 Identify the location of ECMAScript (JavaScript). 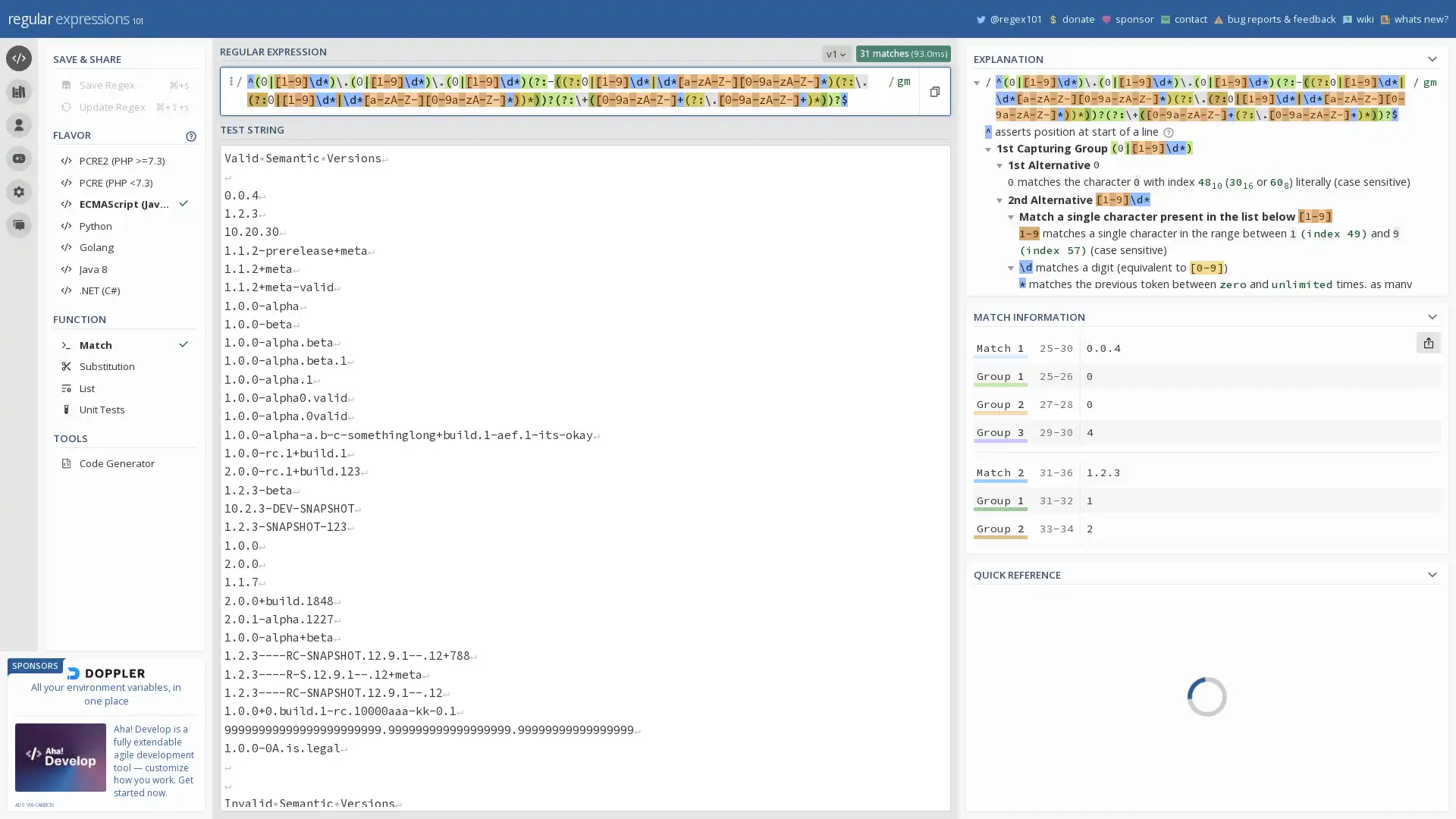
(124, 203).